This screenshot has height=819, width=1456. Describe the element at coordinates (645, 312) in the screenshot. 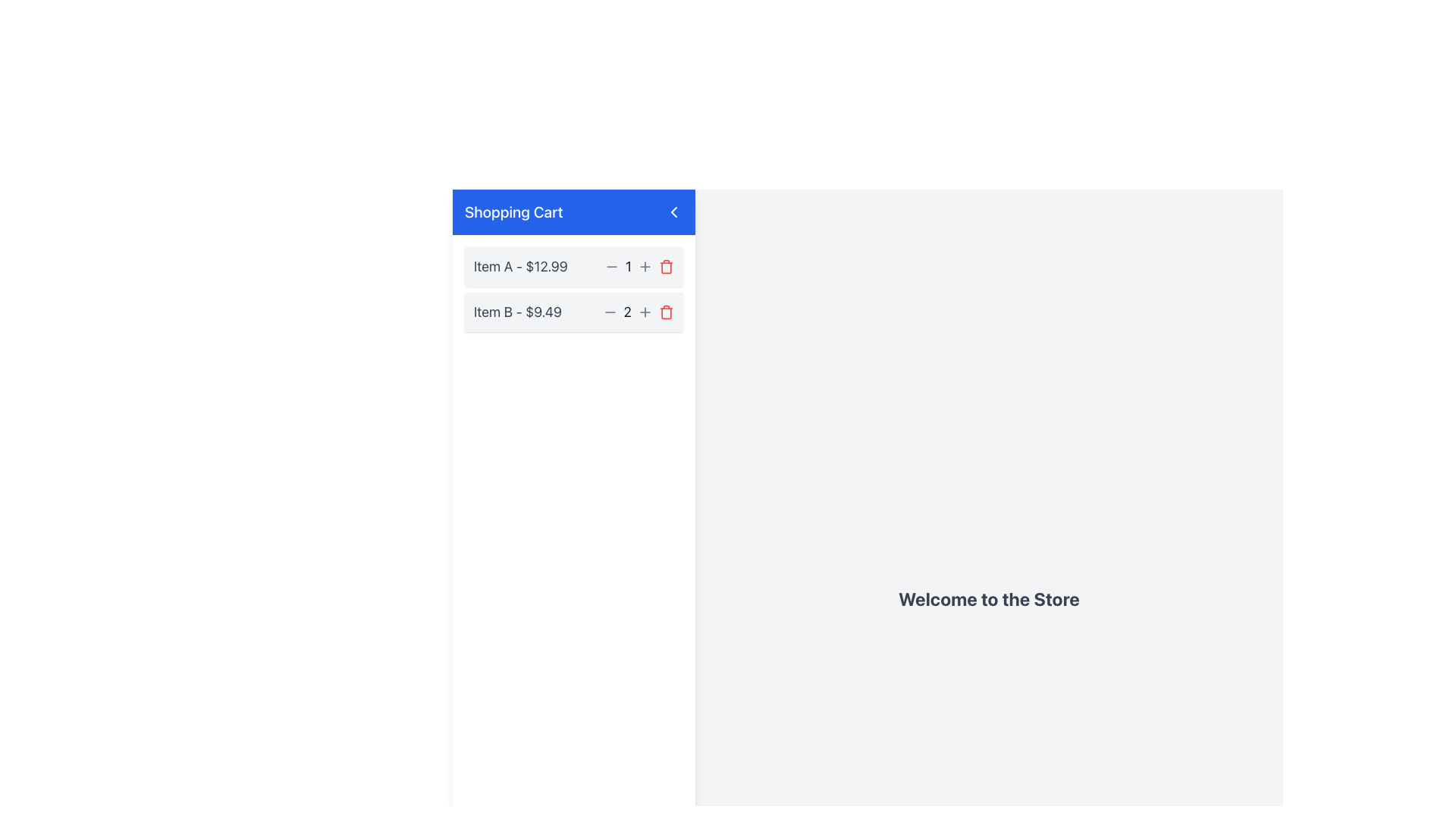

I see `the increment button located to the right of the quantity indicator '2' for the second item in the shopping cart` at that location.